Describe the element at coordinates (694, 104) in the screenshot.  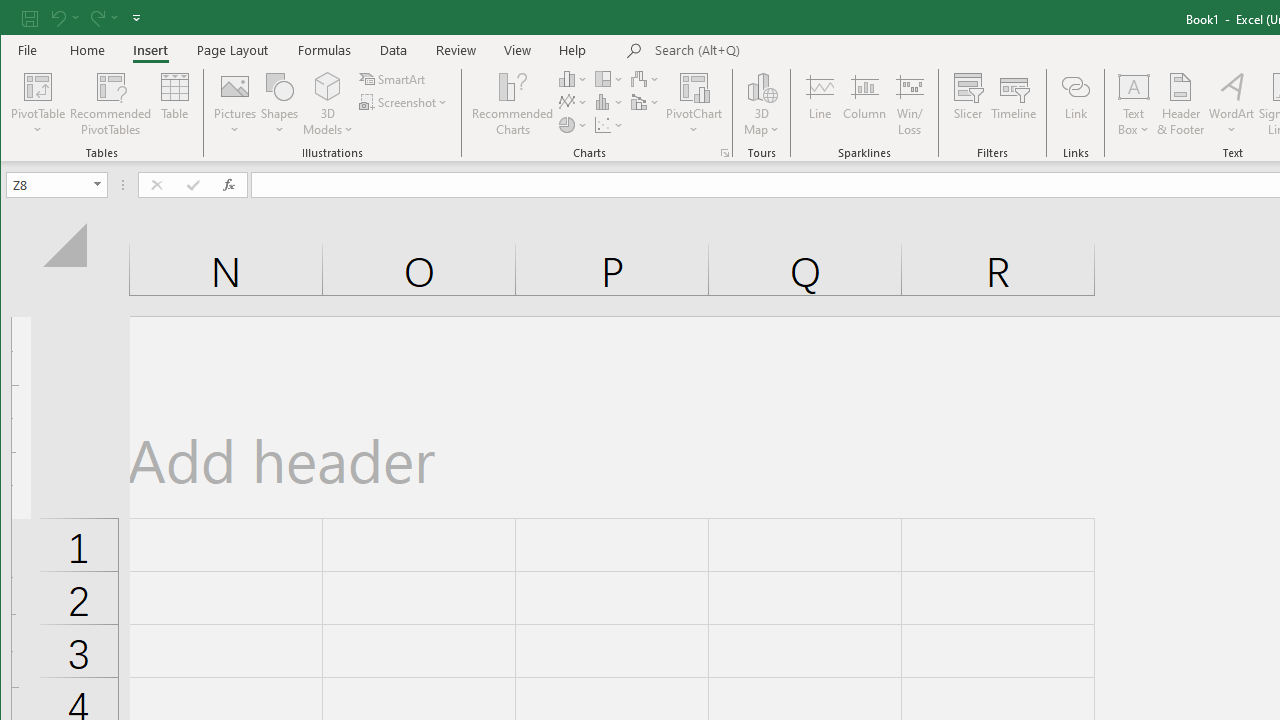
I see `'PivotChart'` at that location.